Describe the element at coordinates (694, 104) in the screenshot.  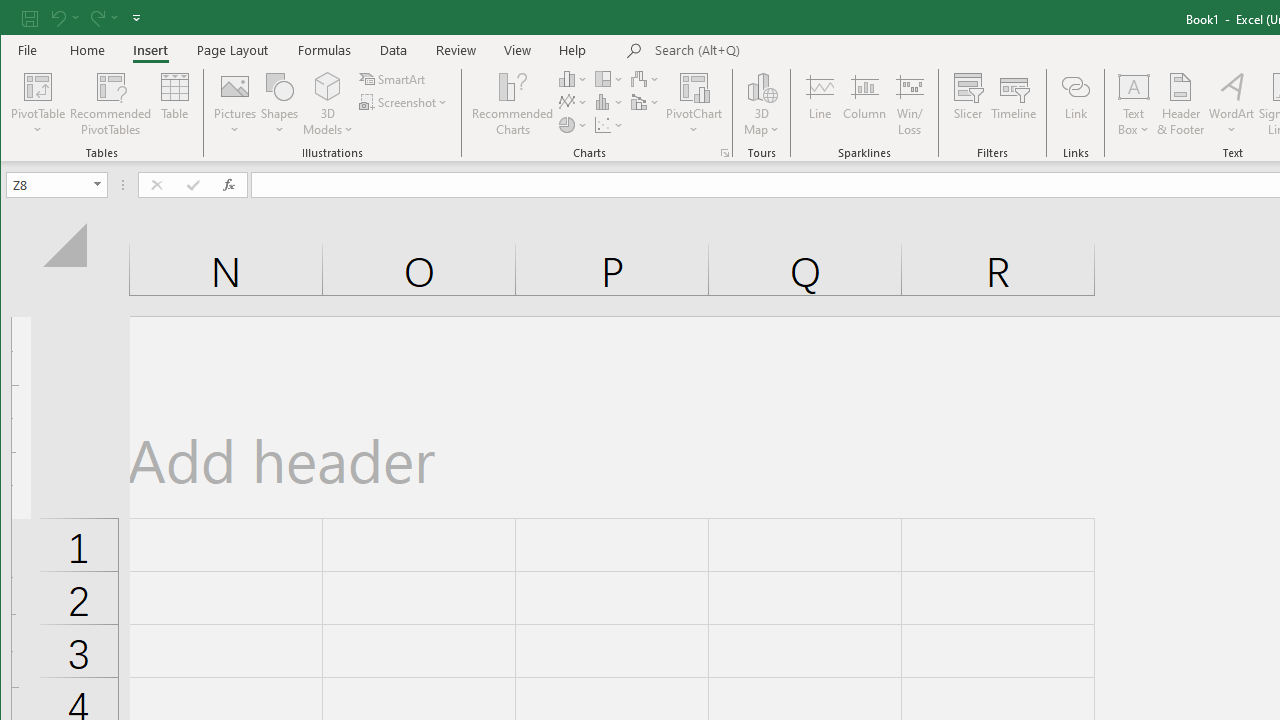
I see `'PivotChart'` at that location.